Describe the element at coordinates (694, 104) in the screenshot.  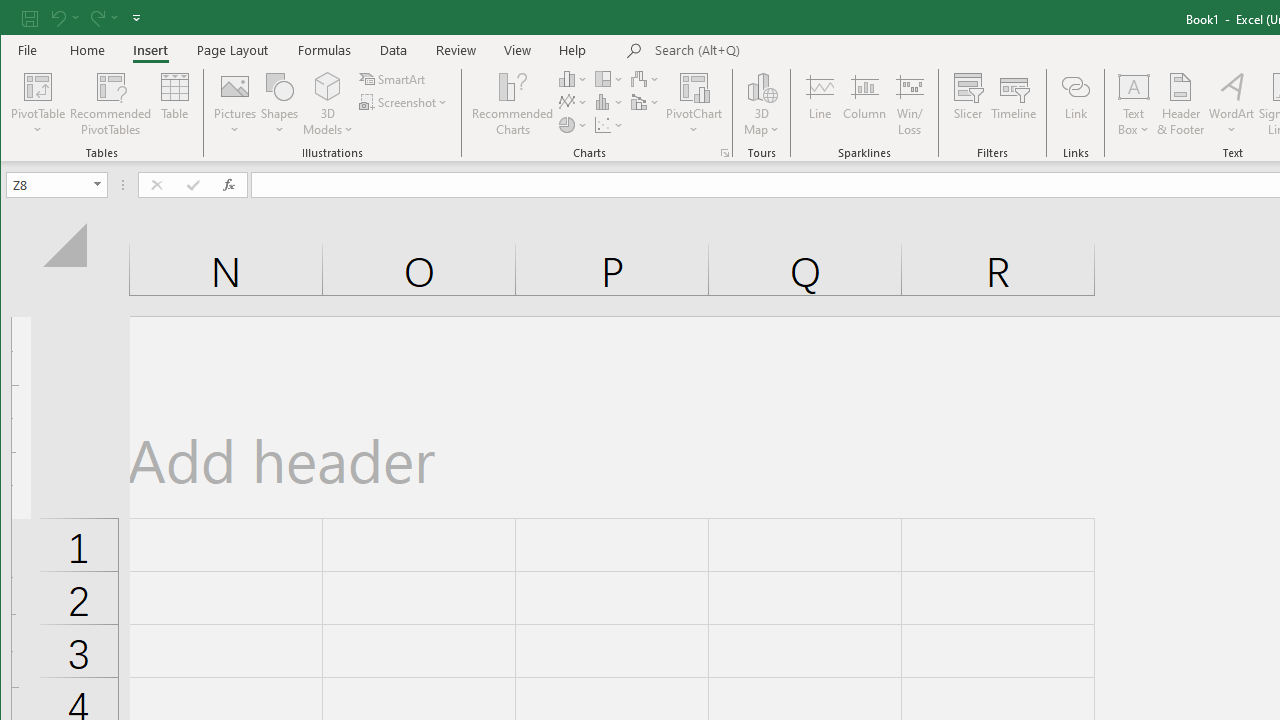
I see `'PivotChart'` at that location.